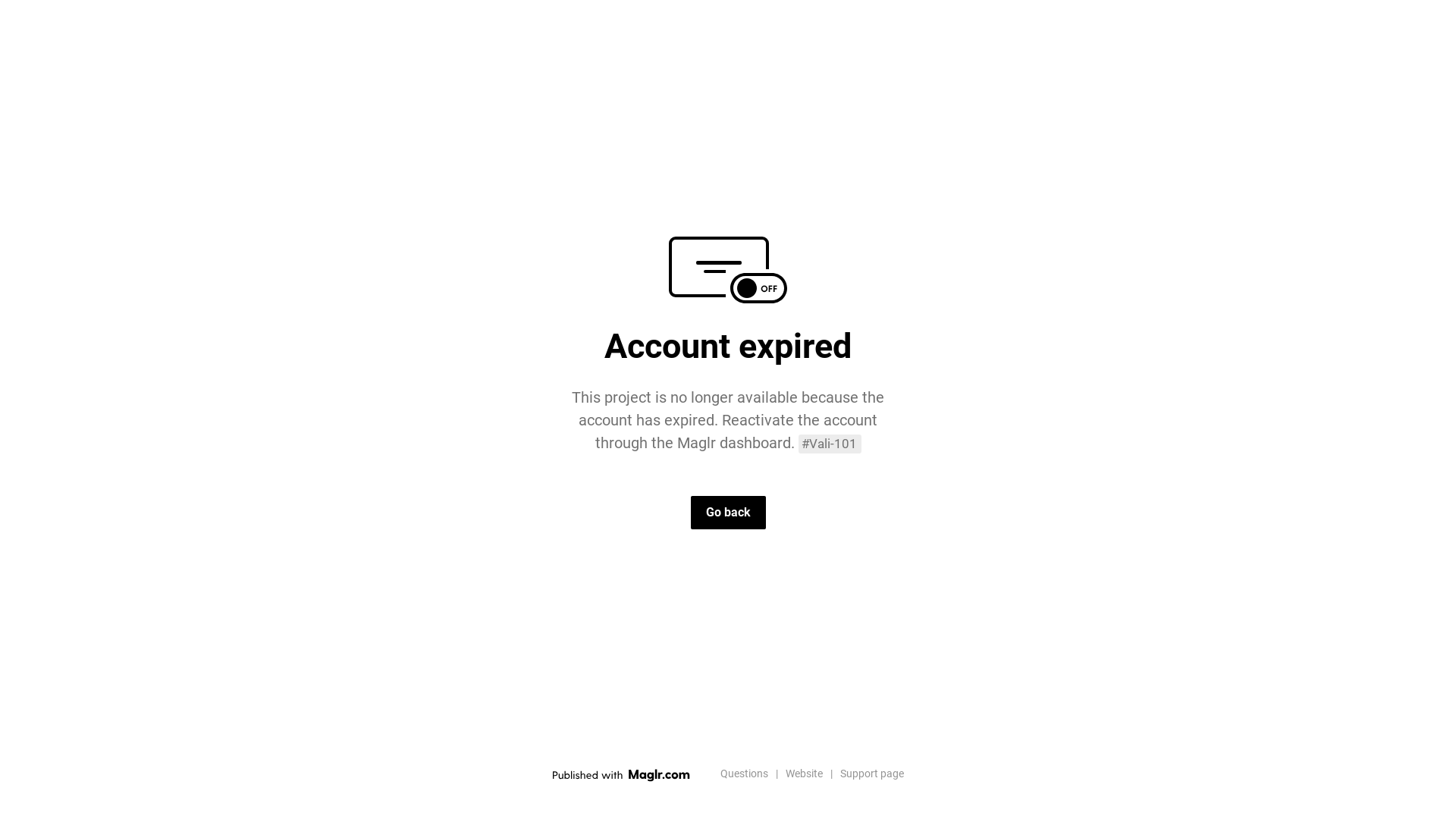 Image resolution: width=1456 pixels, height=819 pixels. Describe the element at coordinates (872, 773) in the screenshot. I see `'Support page'` at that location.